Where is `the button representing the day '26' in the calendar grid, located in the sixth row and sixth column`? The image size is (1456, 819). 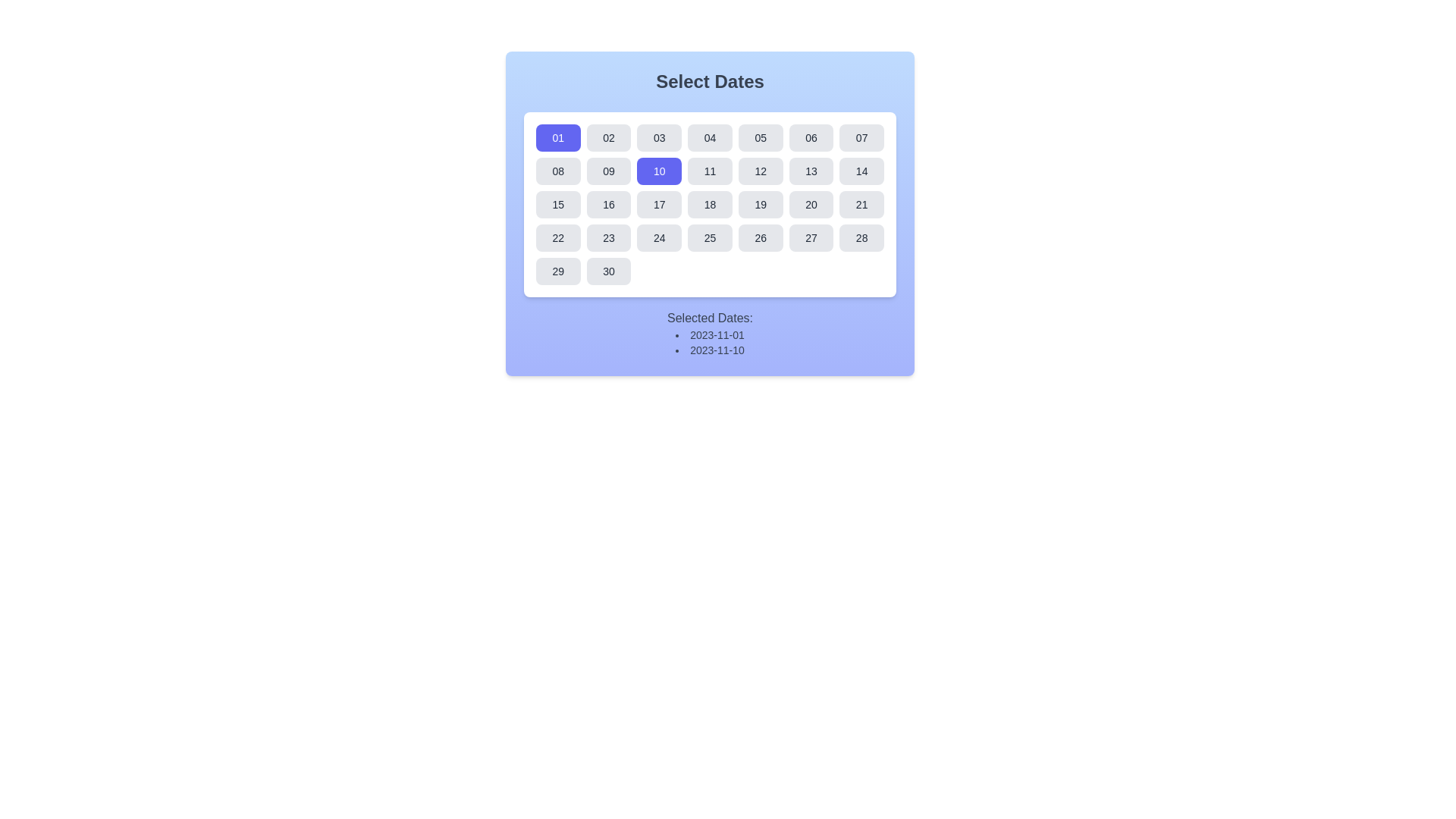 the button representing the day '26' in the calendar grid, located in the sixth row and sixth column is located at coordinates (761, 237).